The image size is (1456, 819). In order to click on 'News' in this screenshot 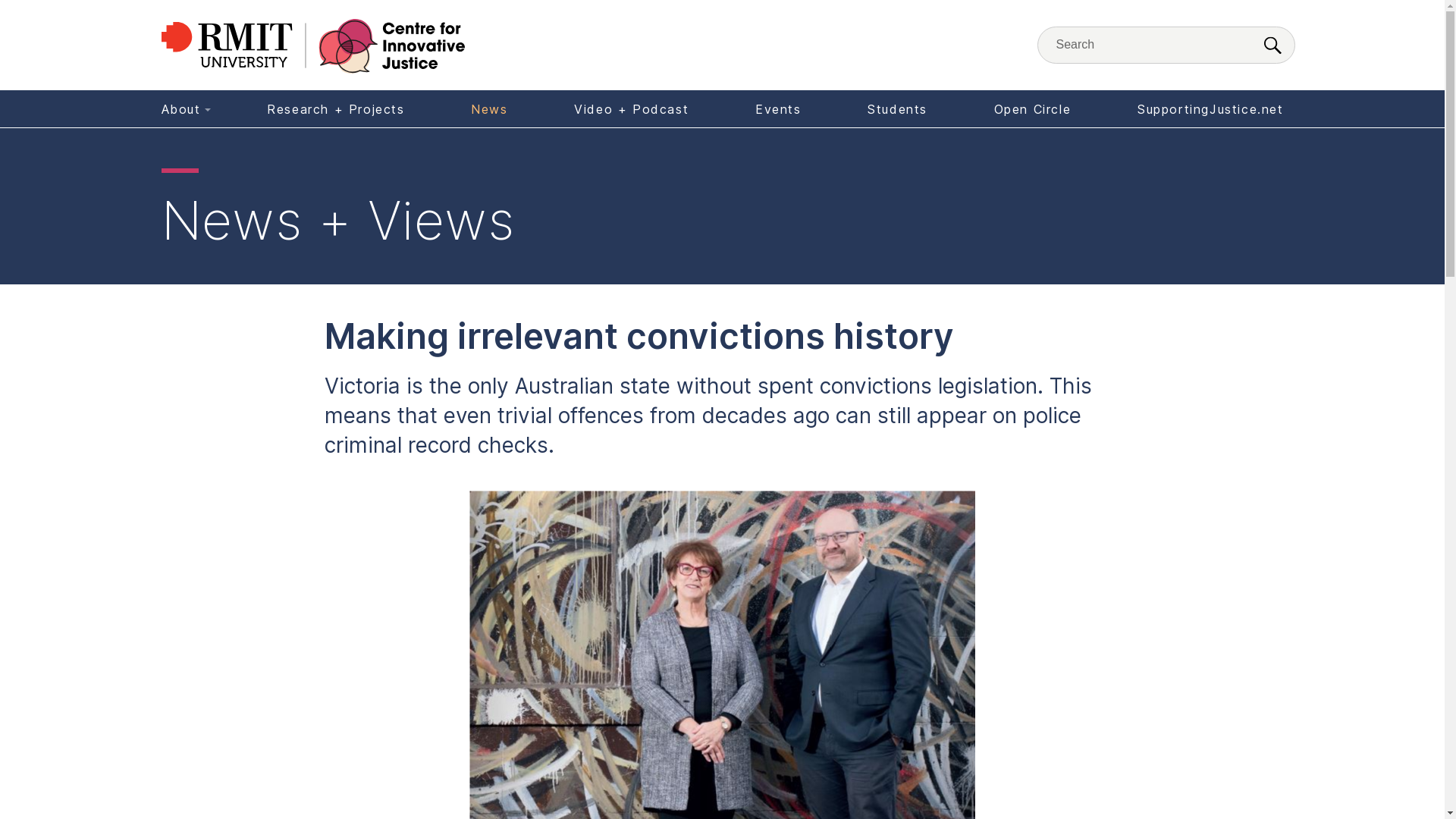, I will do `click(488, 108)`.